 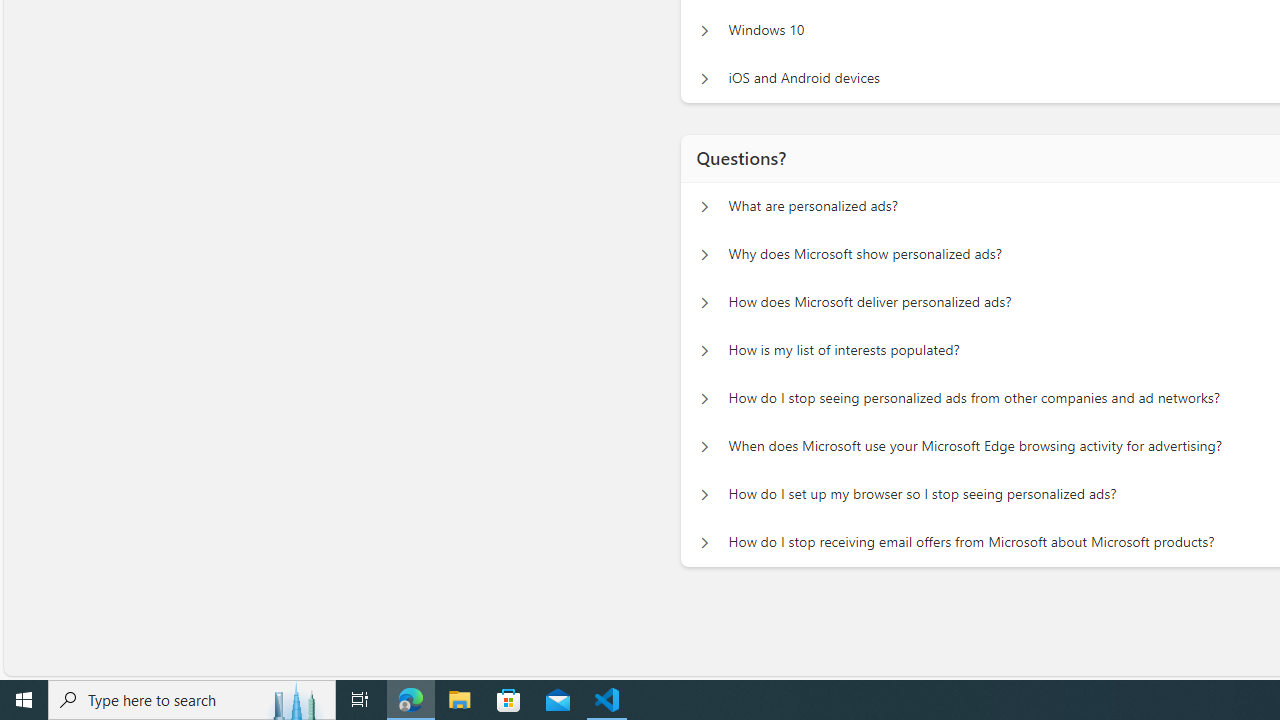 What do you see at coordinates (704, 303) in the screenshot?
I see `'Questions? How does Microsoft deliver personalized ads?'` at bounding box center [704, 303].